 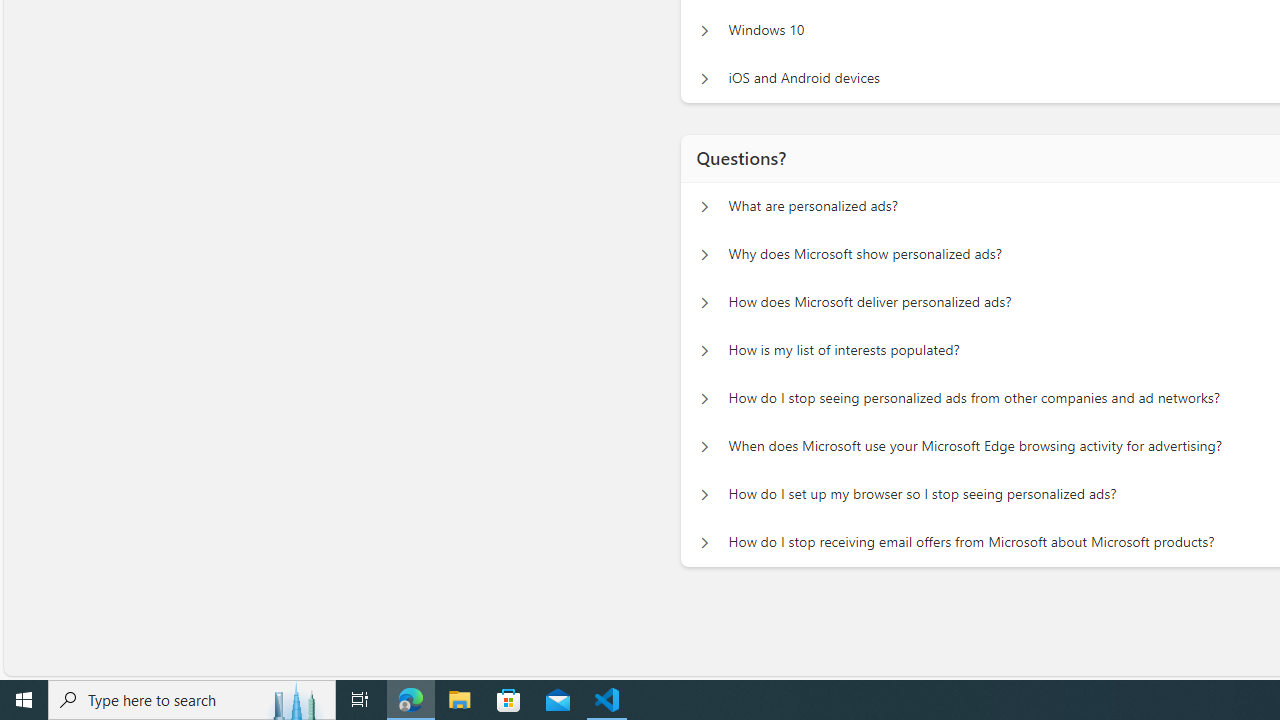 What do you see at coordinates (704, 303) in the screenshot?
I see `'Questions? How does Microsoft deliver personalized ads?'` at bounding box center [704, 303].